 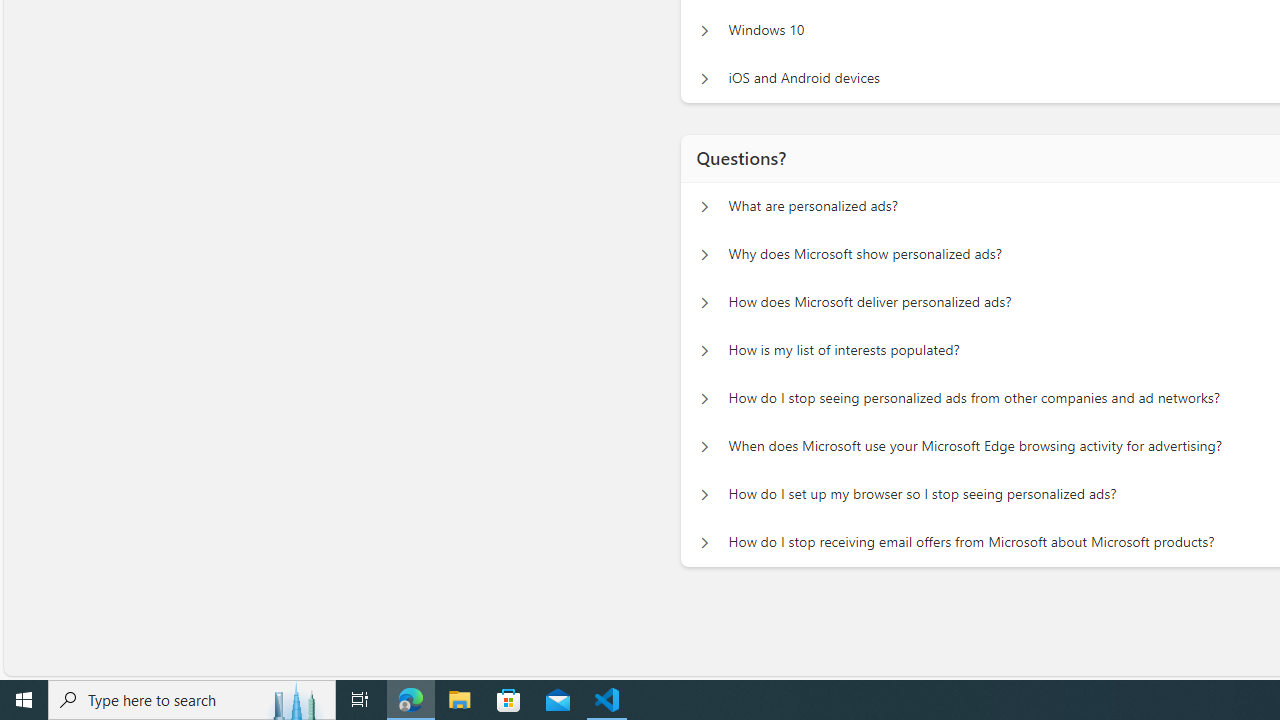 What do you see at coordinates (704, 303) in the screenshot?
I see `'Questions? How does Microsoft deliver personalized ads?'` at bounding box center [704, 303].